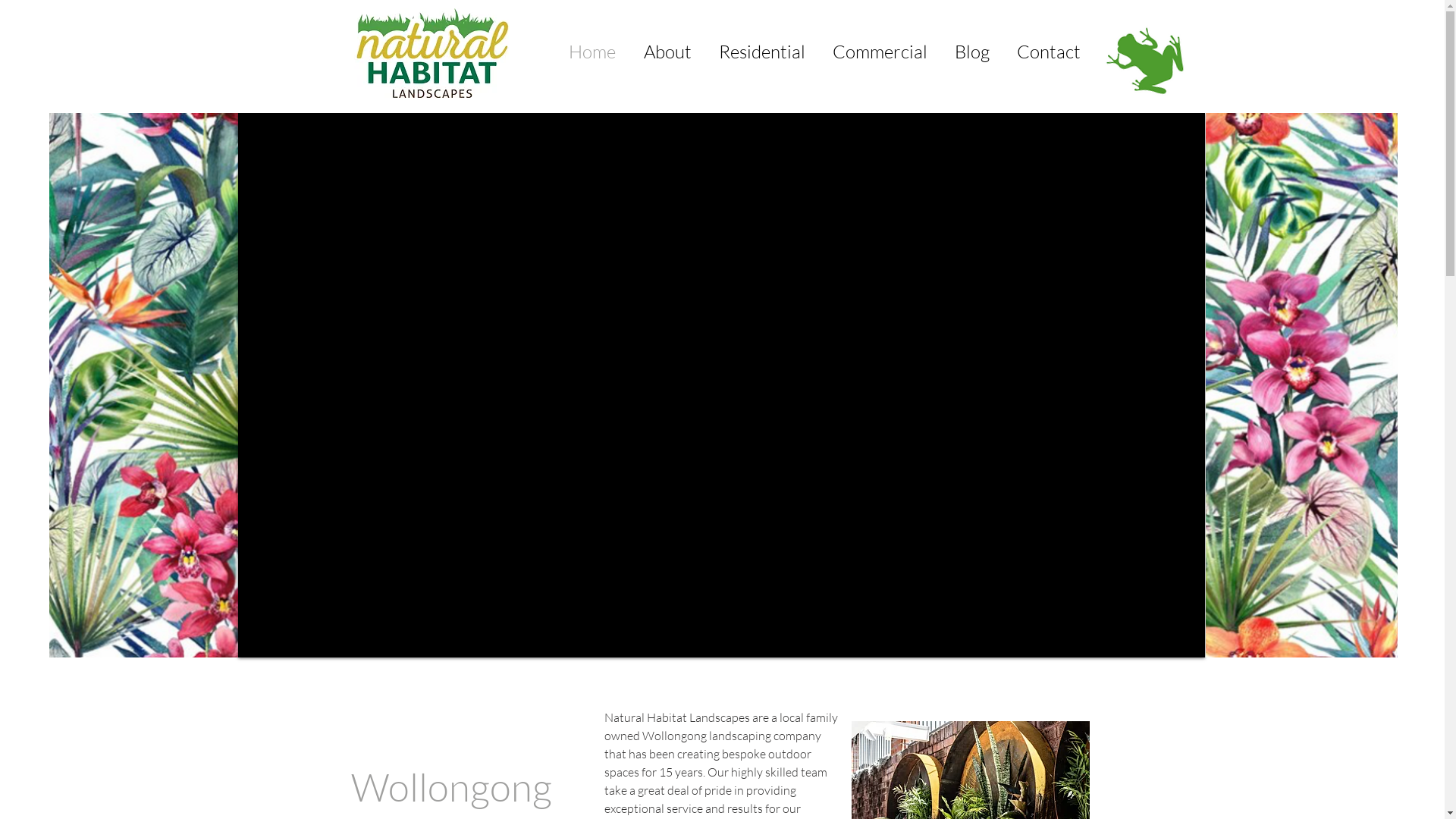  What do you see at coordinates (971, 51) in the screenshot?
I see `'Blog'` at bounding box center [971, 51].